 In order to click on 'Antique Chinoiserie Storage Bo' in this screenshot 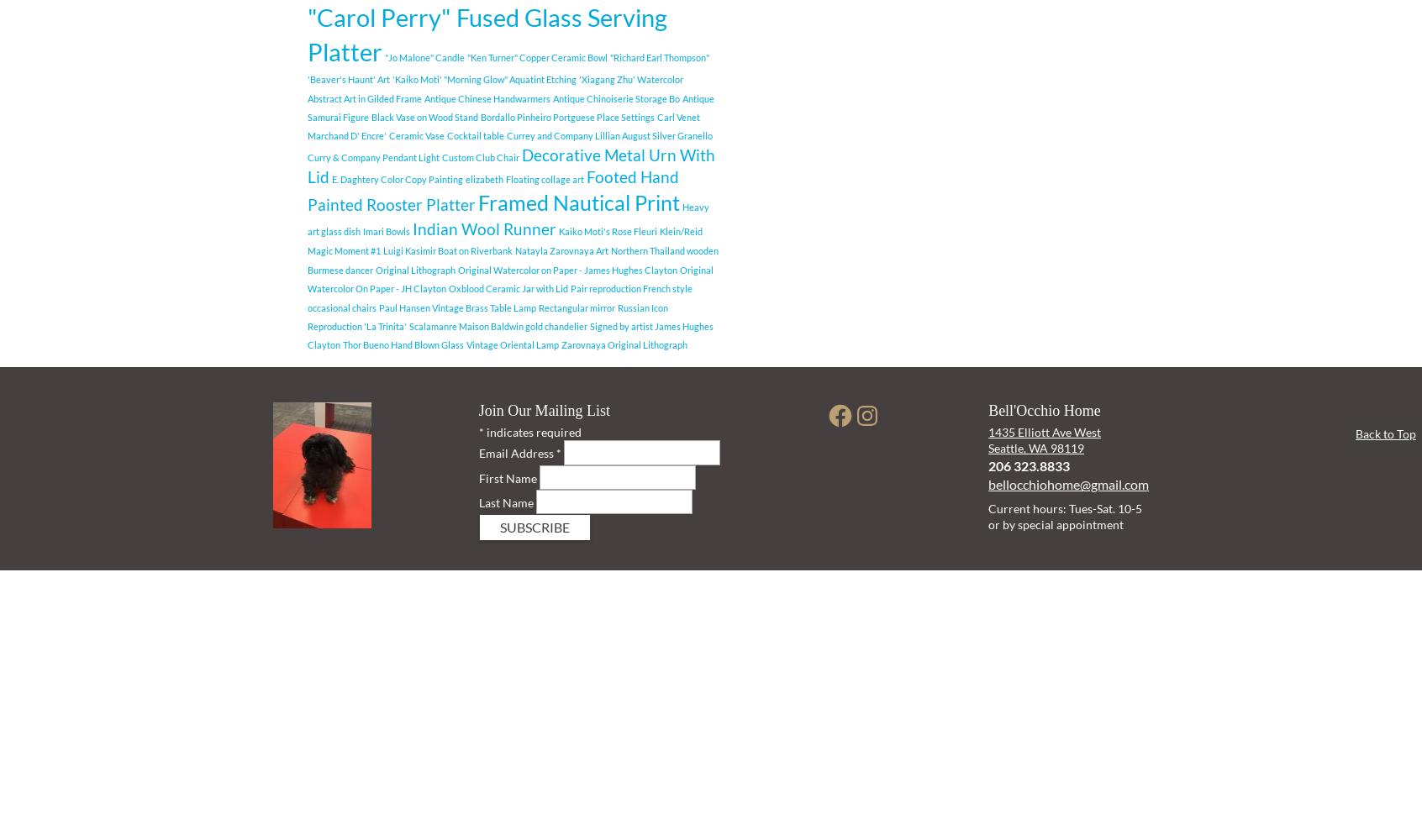, I will do `click(553, 97)`.